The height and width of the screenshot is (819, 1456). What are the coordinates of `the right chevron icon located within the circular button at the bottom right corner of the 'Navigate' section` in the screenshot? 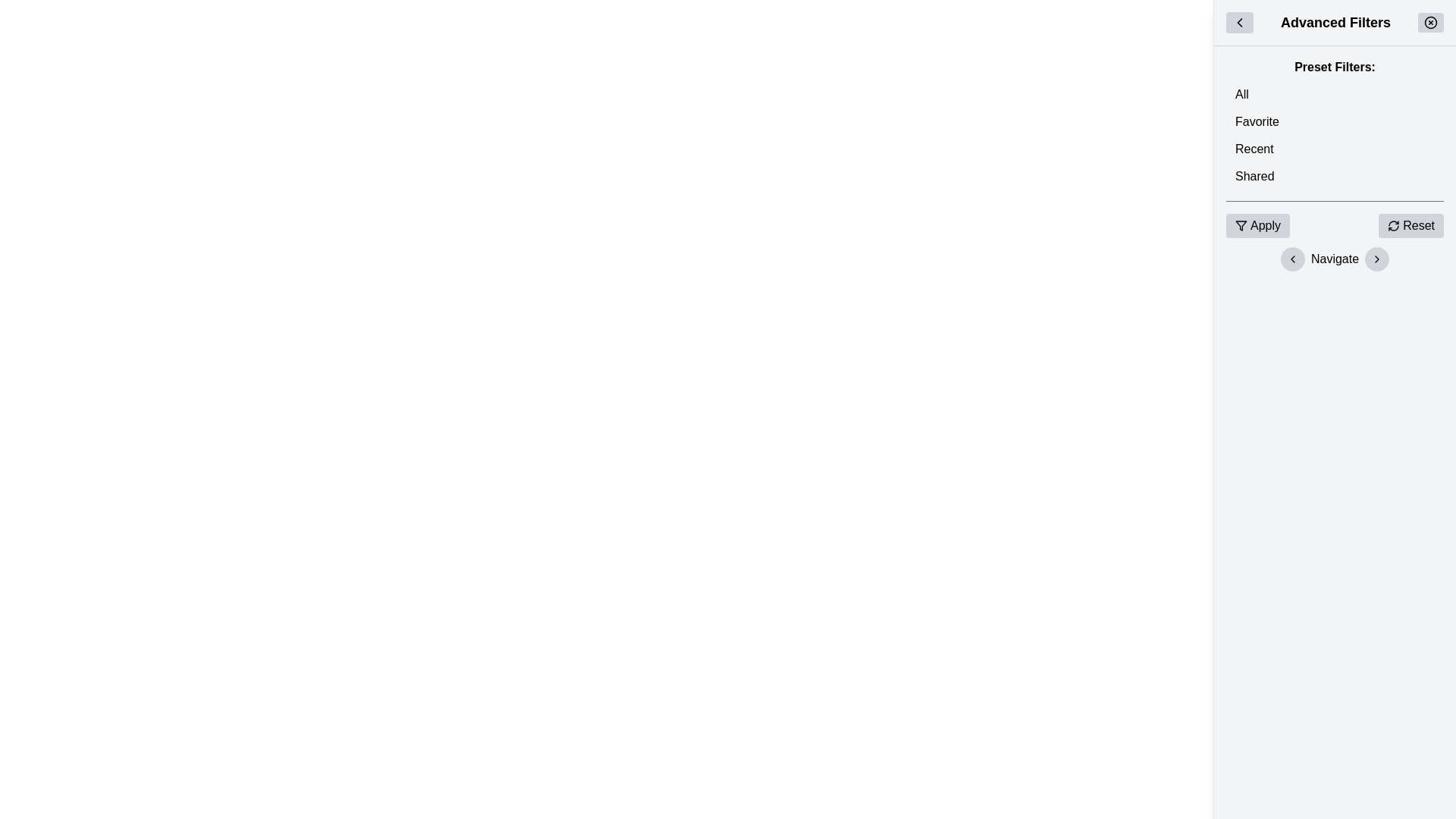 It's located at (1377, 259).